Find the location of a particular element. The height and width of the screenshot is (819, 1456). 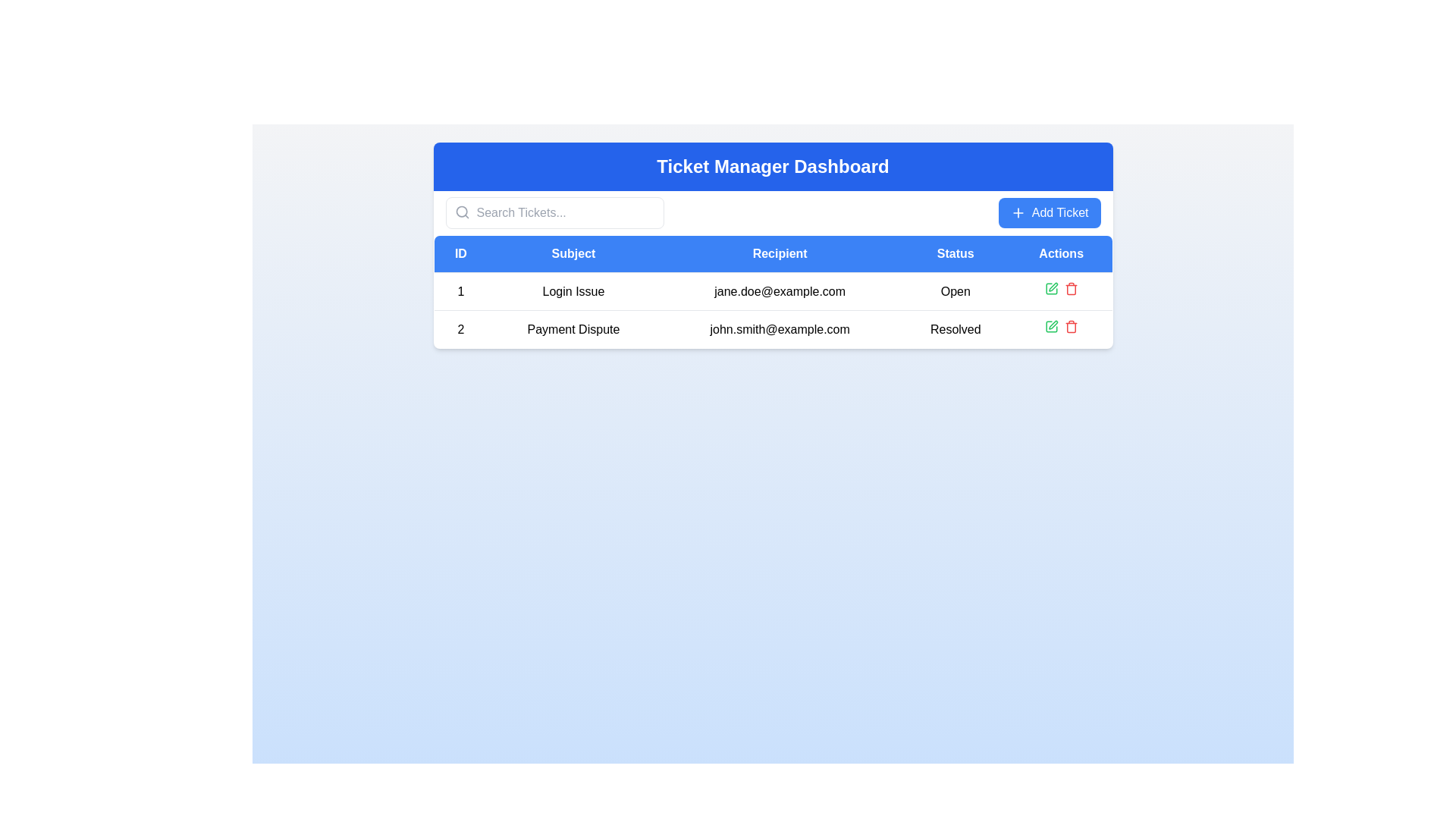

the header text or label in the table that provides context for recipient information, located as the third column header between 'Subject' and 'Status' is located at coordinates (780, 253).